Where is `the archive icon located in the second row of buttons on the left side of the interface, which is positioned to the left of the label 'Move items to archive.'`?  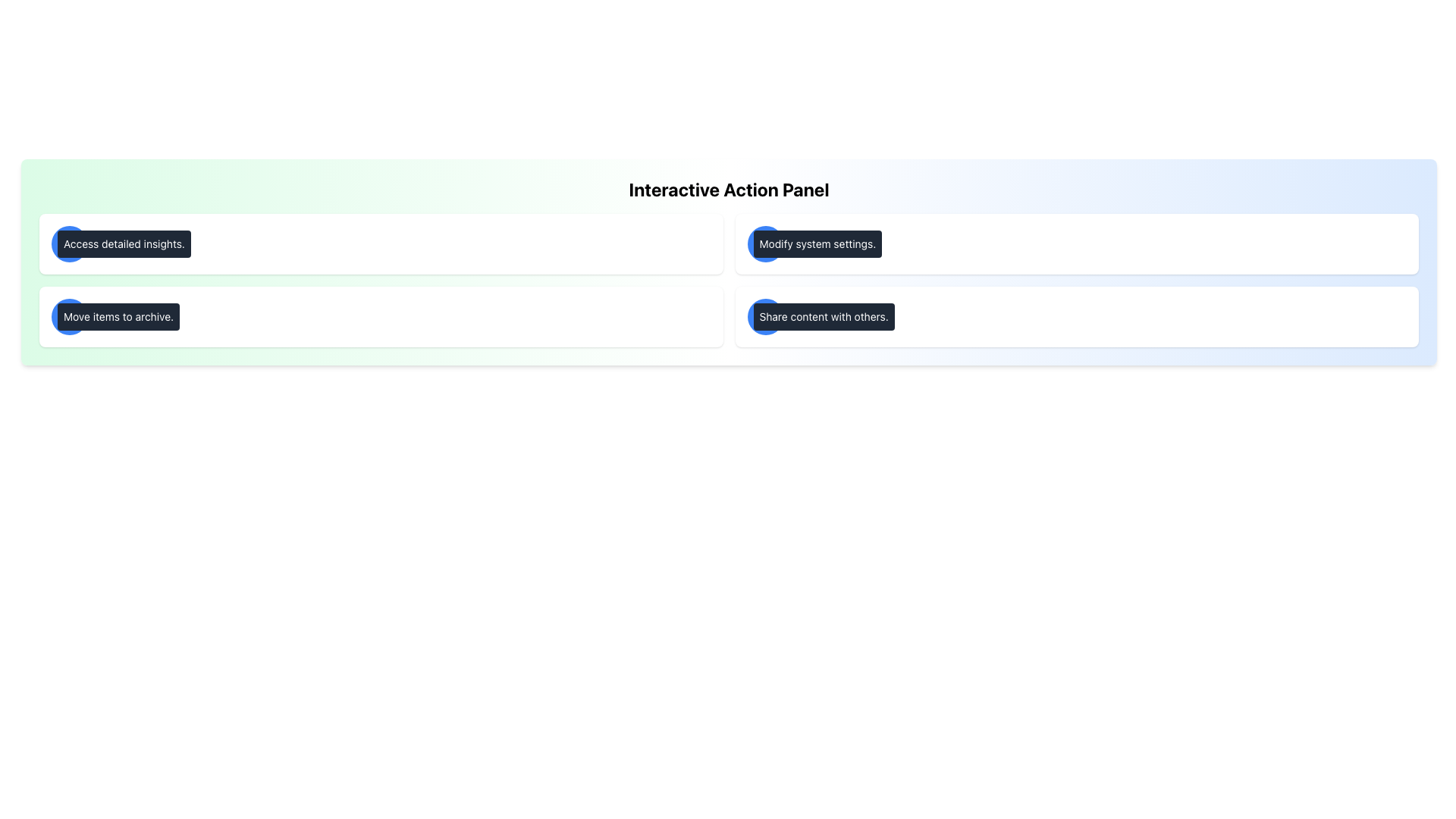
the archive icon located in the second row of buttons on the left side of the interface, which is positioned to the left of the label 'Move items to archive.' is located at coordinates (68, 315).